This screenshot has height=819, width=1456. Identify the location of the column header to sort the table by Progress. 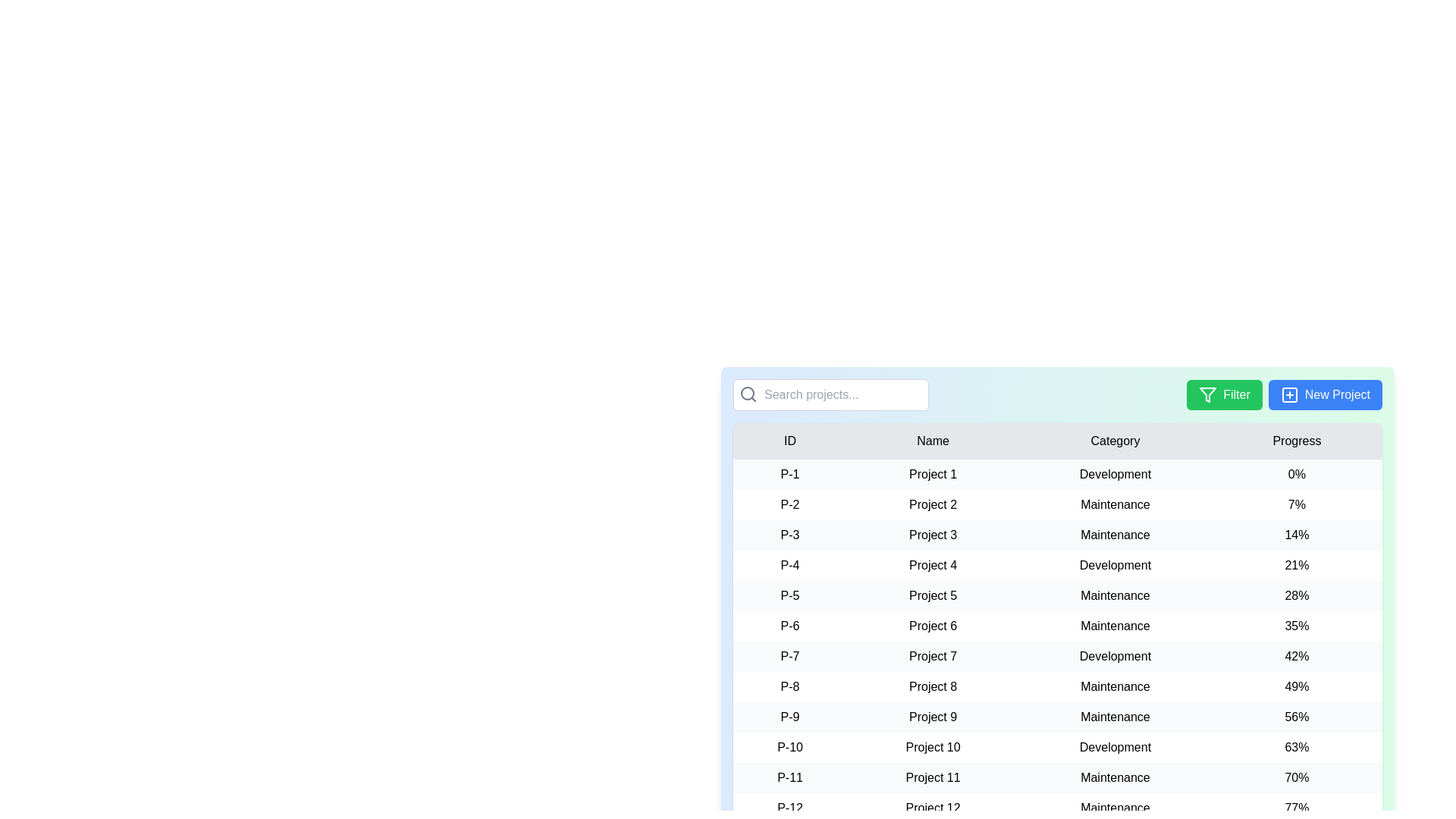
(1295, 441).